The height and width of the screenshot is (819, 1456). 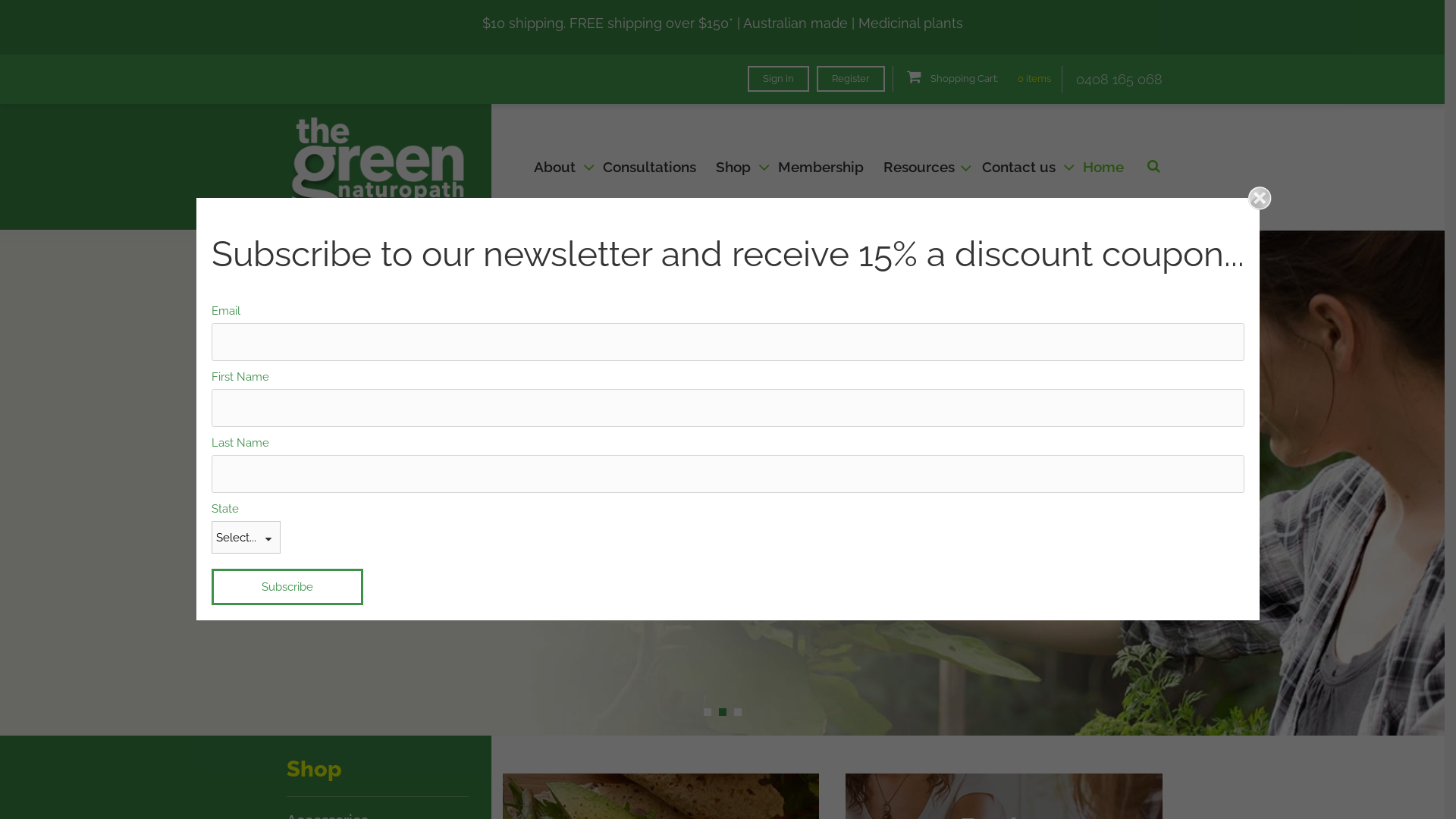 I want to click on 'Register', so click(x=851, y=78).